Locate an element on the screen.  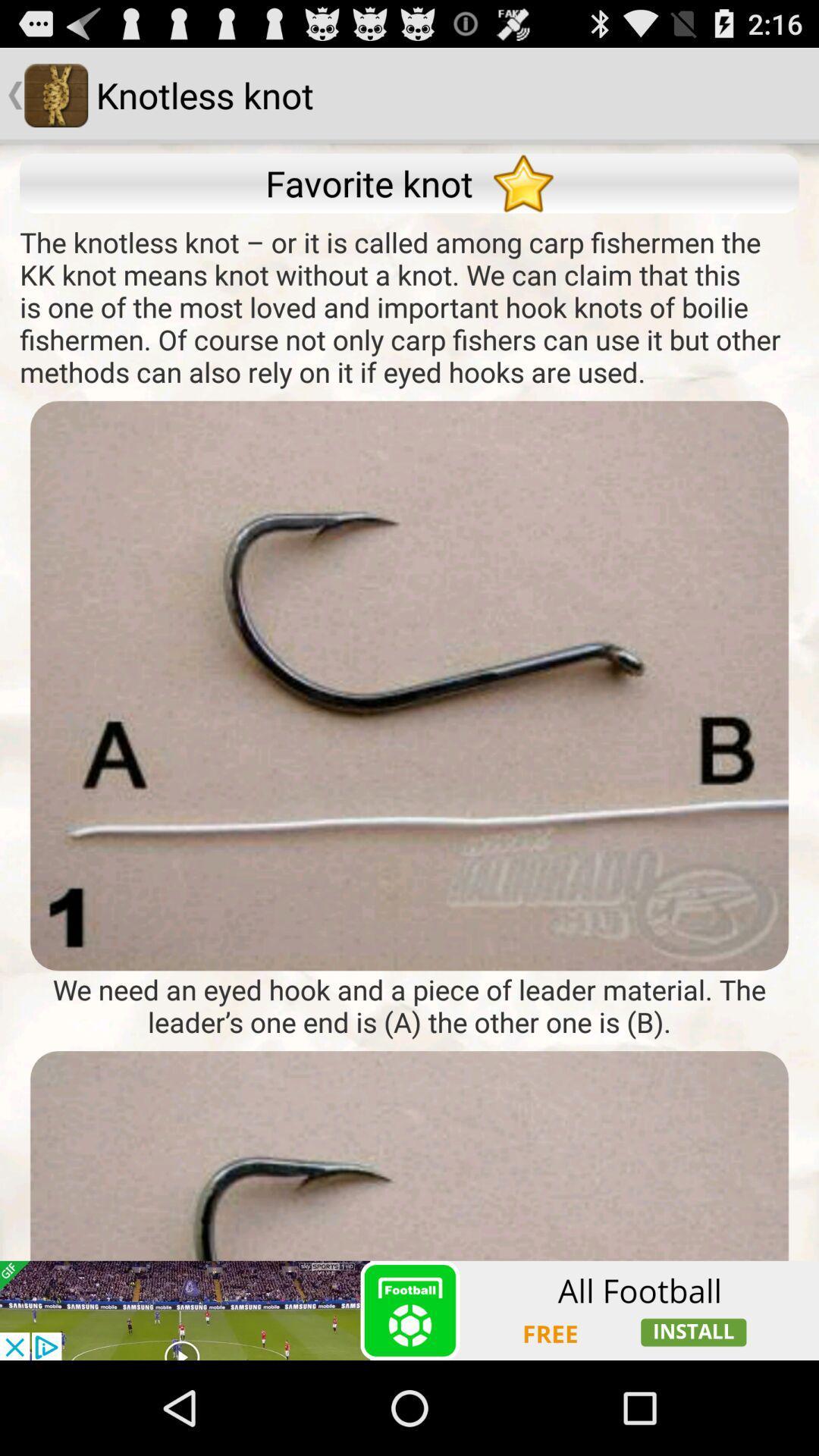
the adversitement is located at coordinates (409, 1204).